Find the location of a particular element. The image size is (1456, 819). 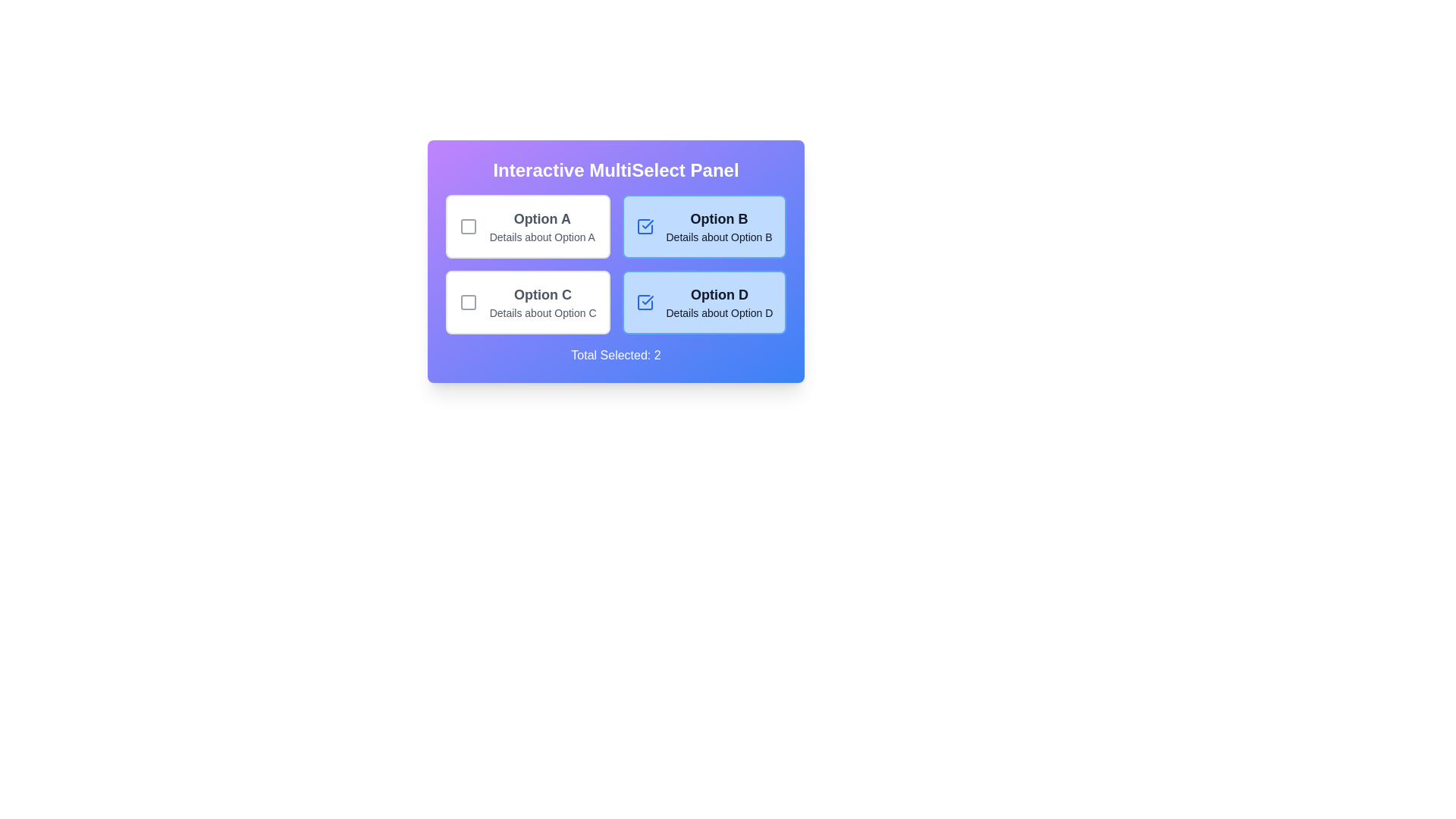

the option Option A to read its details is located at coordinates (528, 227).